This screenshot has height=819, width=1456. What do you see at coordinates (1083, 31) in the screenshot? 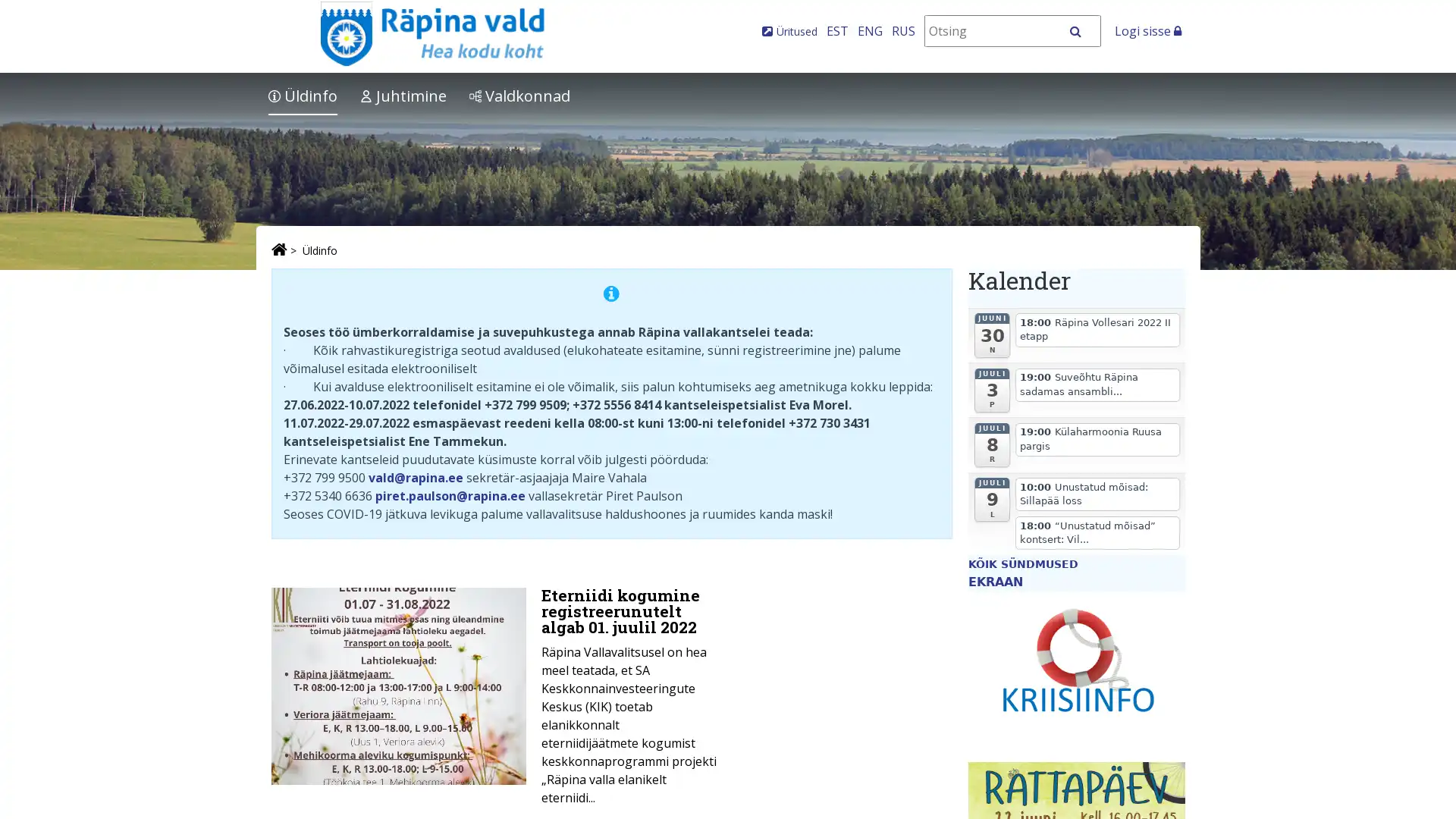
I see `OTSI` at bounding box center [1083, 31].